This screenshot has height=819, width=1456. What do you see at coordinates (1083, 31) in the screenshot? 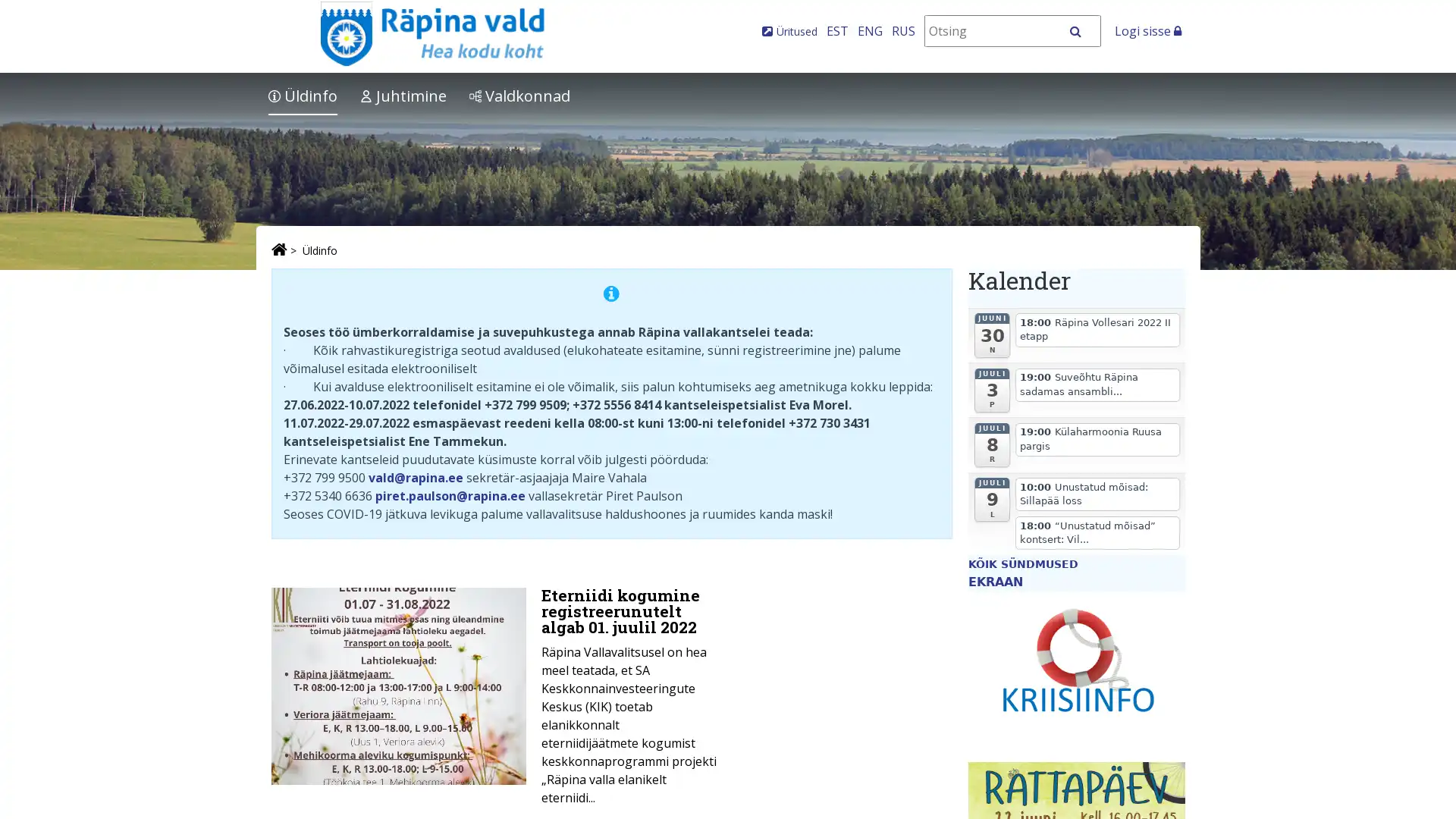
I see `OTSI` at bounding box center [1083, 31].